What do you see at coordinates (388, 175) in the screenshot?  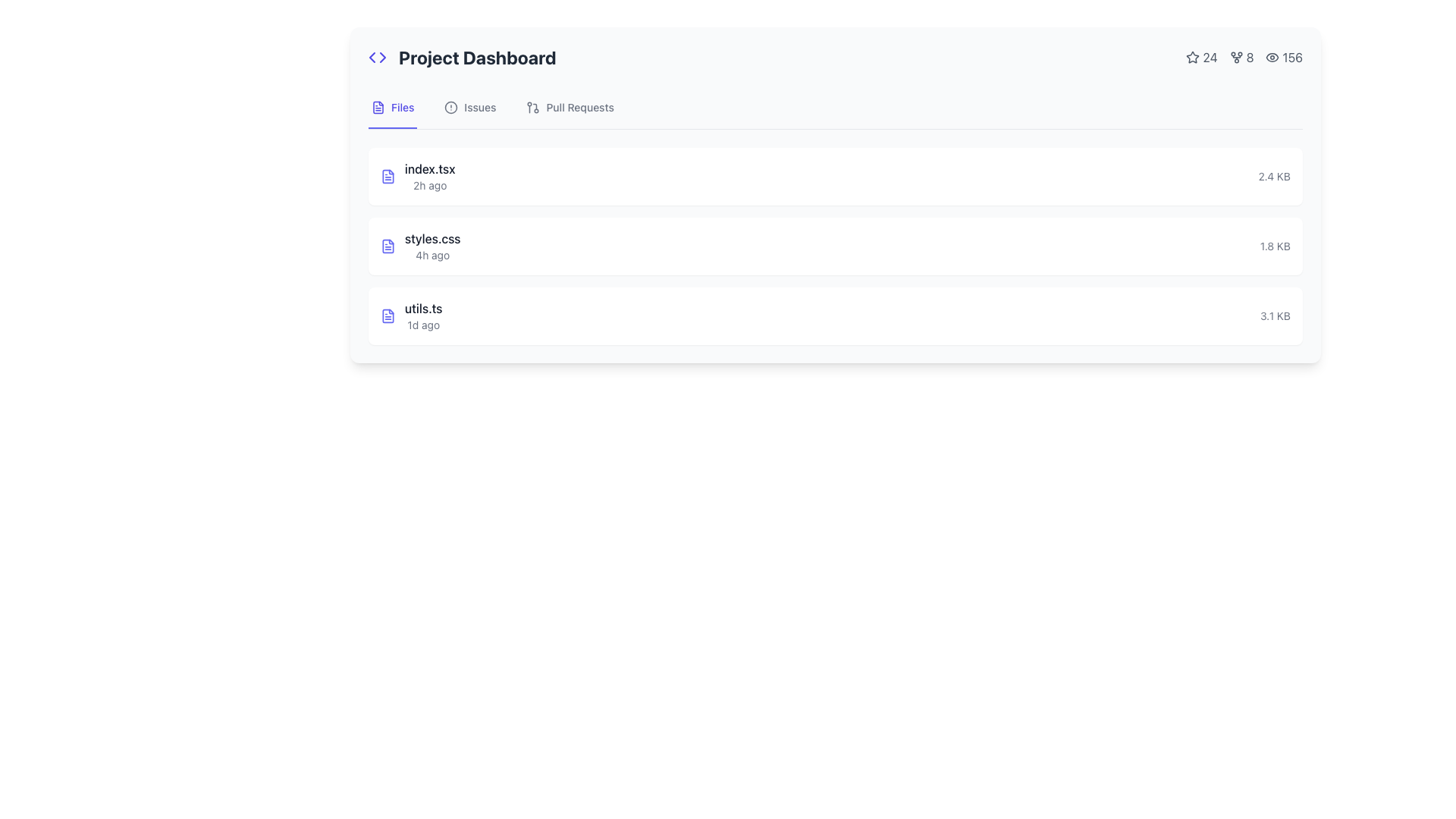 I see `the small file icon representing a text document, which has an indigo outline and a folded corner, located beside the file name 'index.tsx' and the timestamp '2h ago'` at bounding box center [388, 175].